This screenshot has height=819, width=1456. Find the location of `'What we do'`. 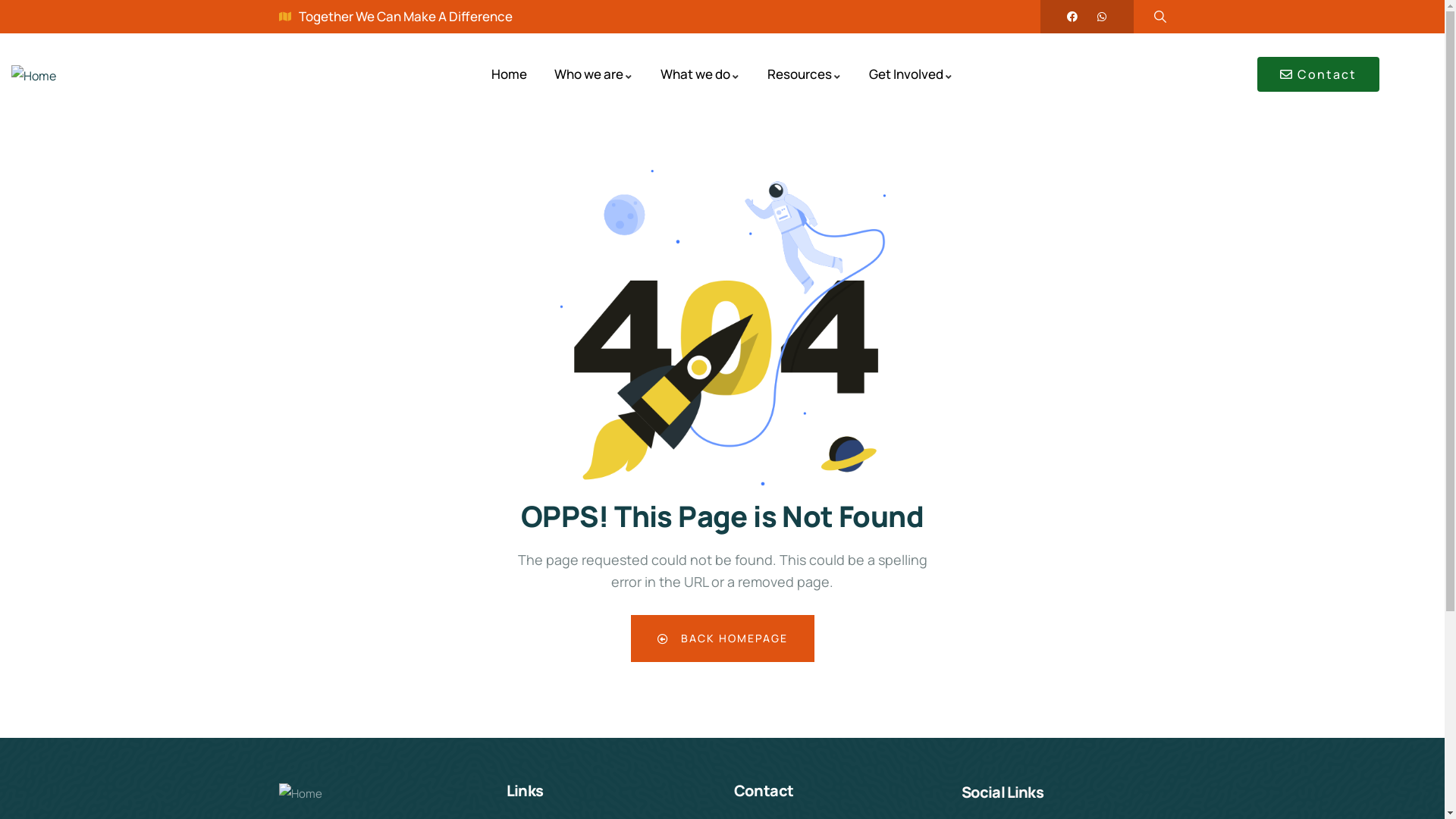

'What we do' is located at coordinates (699, 74).